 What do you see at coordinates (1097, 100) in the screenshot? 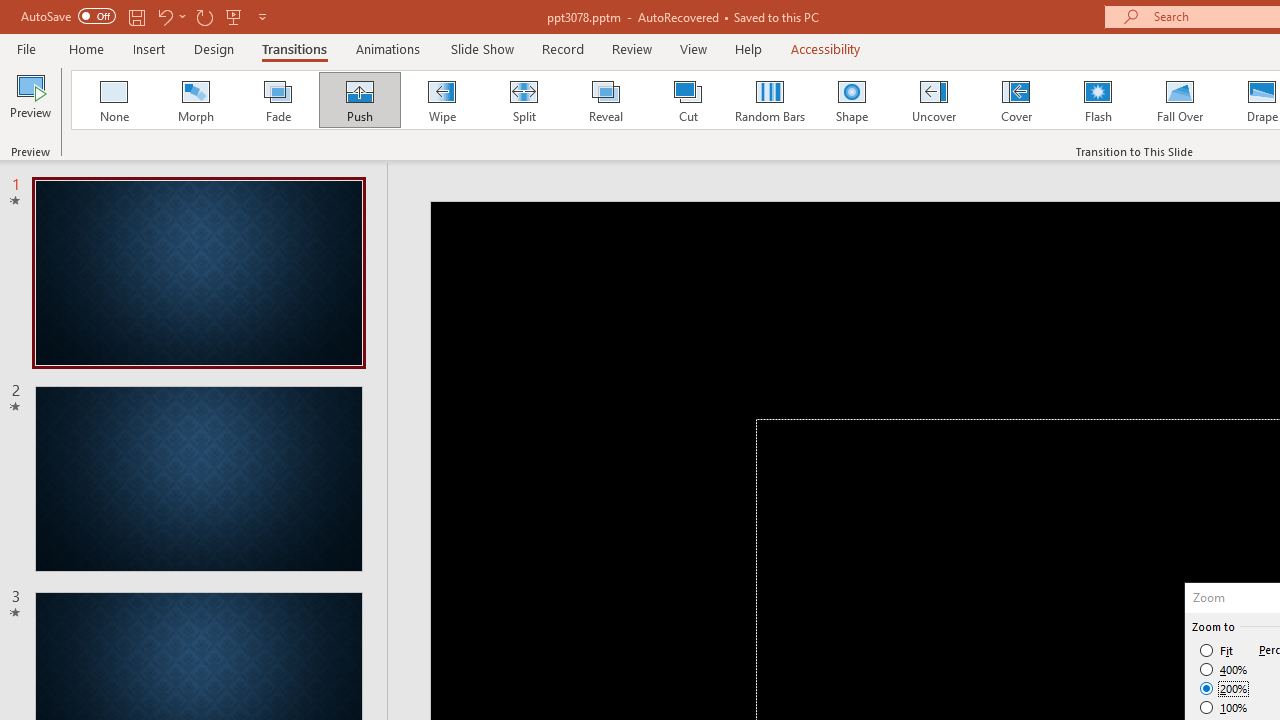
I see `'Flash'` at bounding box center [1097, 100].